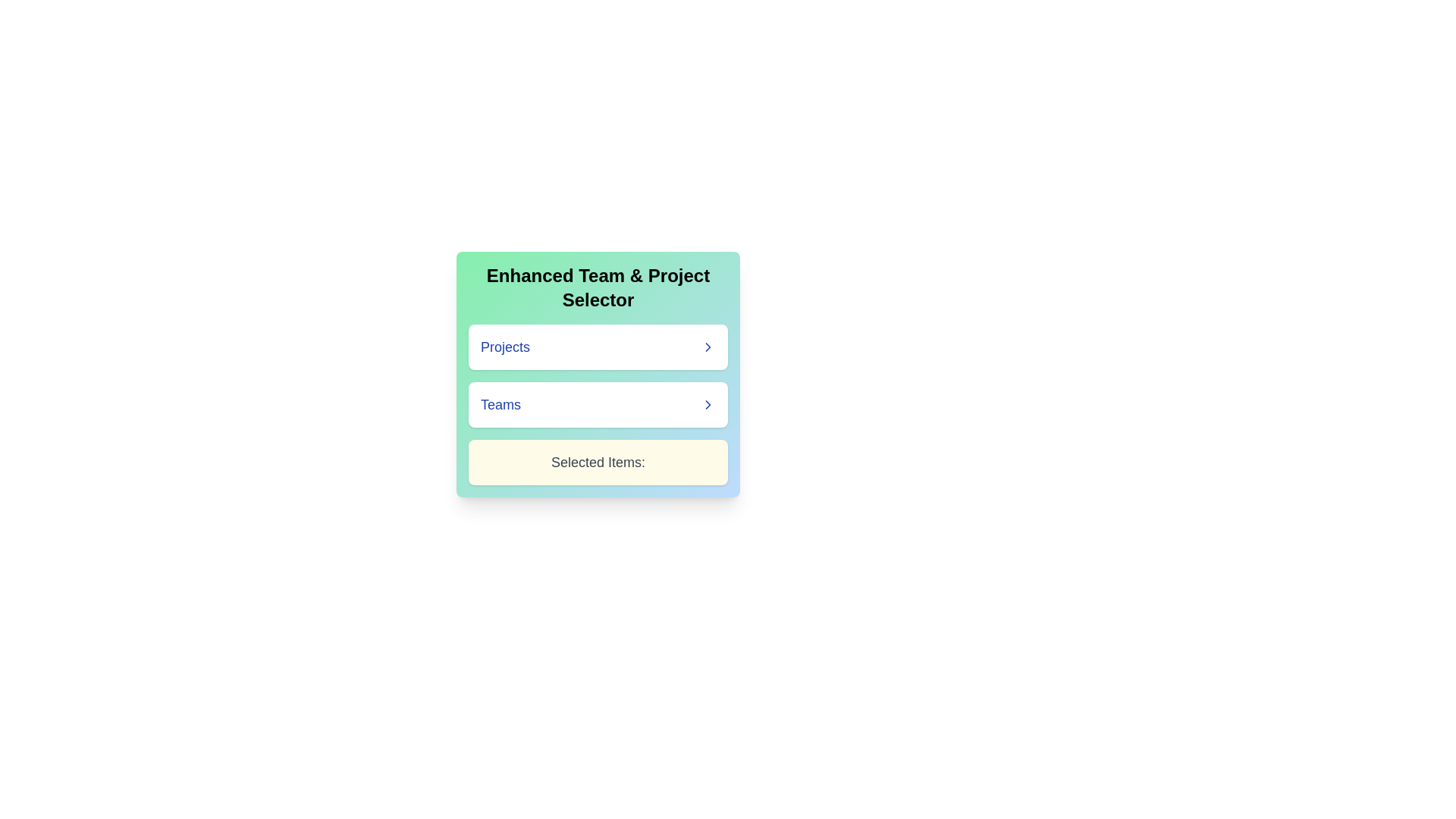 The height and width of the screenshot is (819, 1456). Describe the element at coordinates (708, 347) in the screenshot. I see `the rightward-facing chevron icon located immediately to the right of the 'Projects' label` at that location.